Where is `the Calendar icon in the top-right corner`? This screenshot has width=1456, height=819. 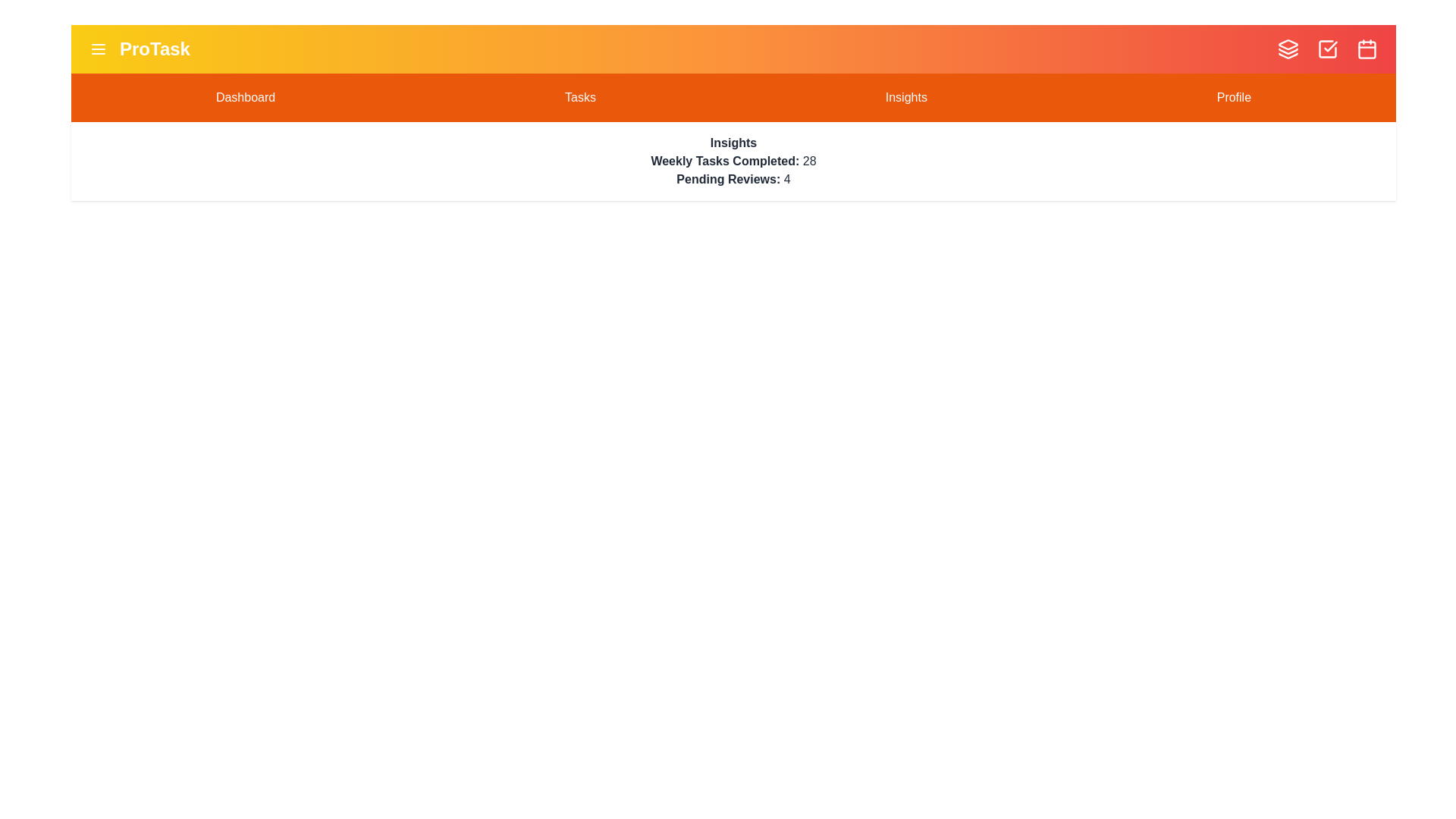 the Calendar icon in the top-right corner is located at coordinates (1367, 49).